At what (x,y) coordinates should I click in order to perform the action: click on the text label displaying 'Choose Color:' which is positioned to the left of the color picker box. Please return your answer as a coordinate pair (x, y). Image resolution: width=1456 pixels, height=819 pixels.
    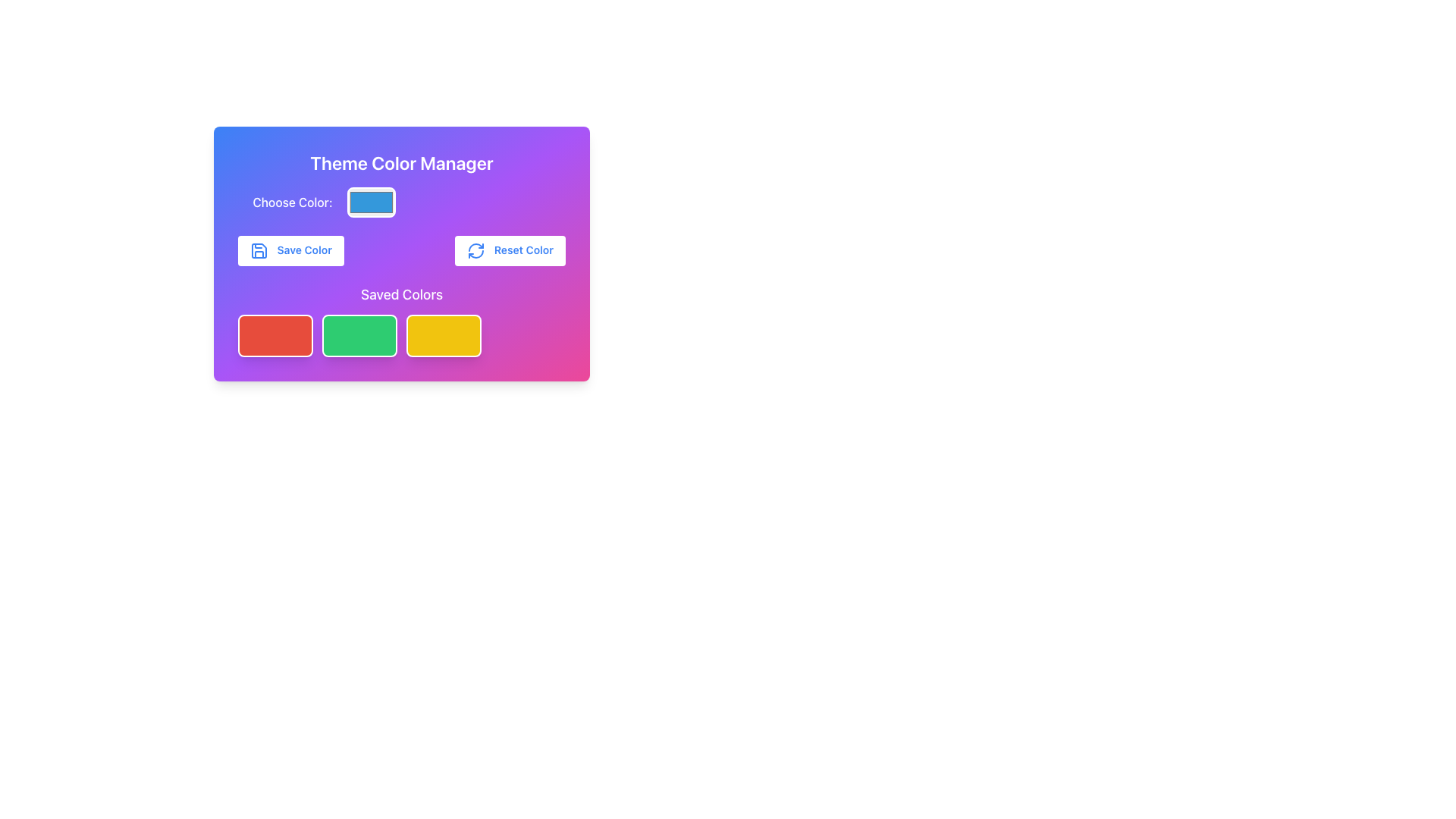
    Looking at the image, I should click on (292, 201).